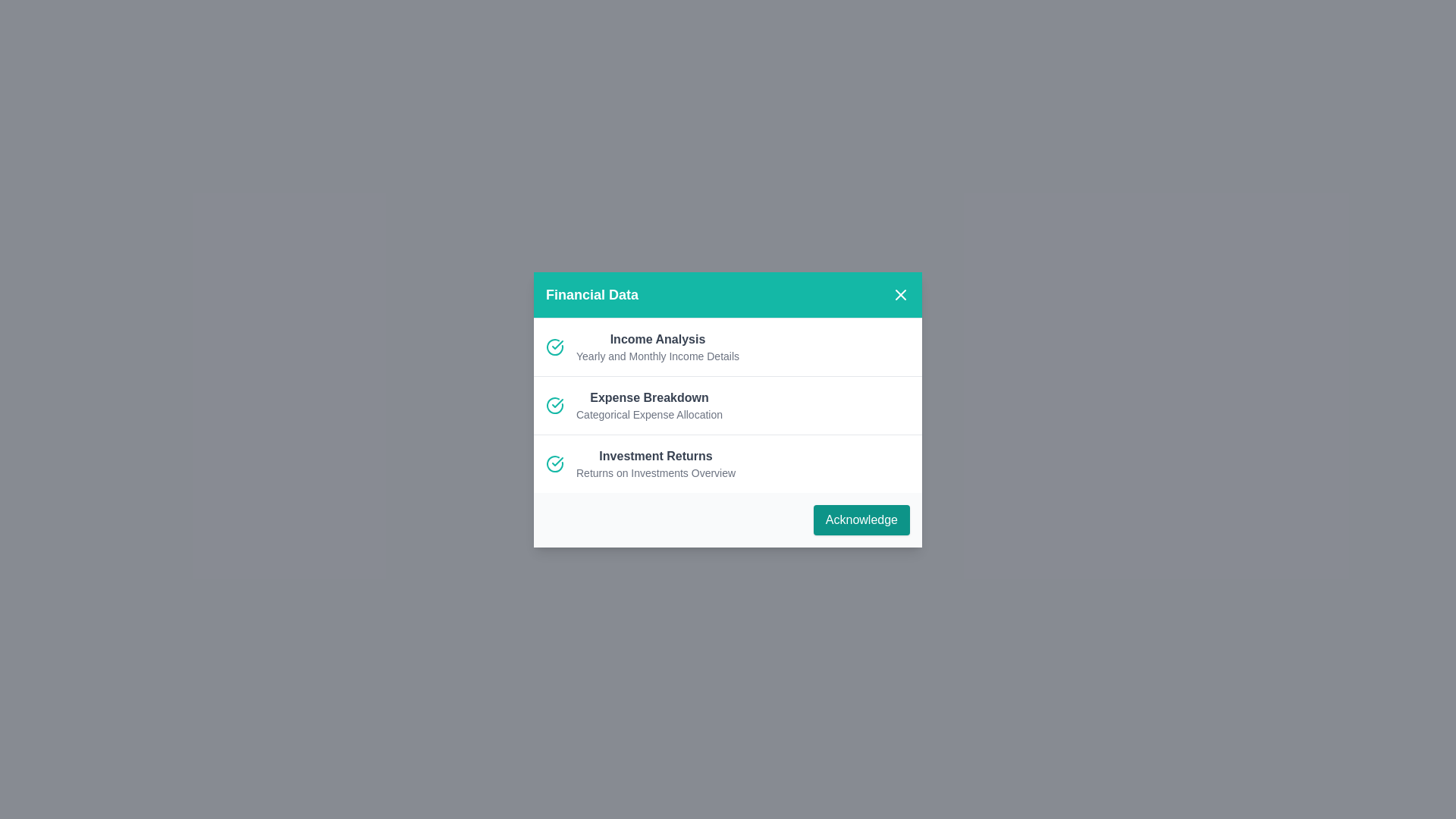 Image resolution: width=1456 pixels, height=819 pixels. Describe the element at coordinates (657, 338) in the screenshot. I see `the list item with title Income Analysis` at that location.